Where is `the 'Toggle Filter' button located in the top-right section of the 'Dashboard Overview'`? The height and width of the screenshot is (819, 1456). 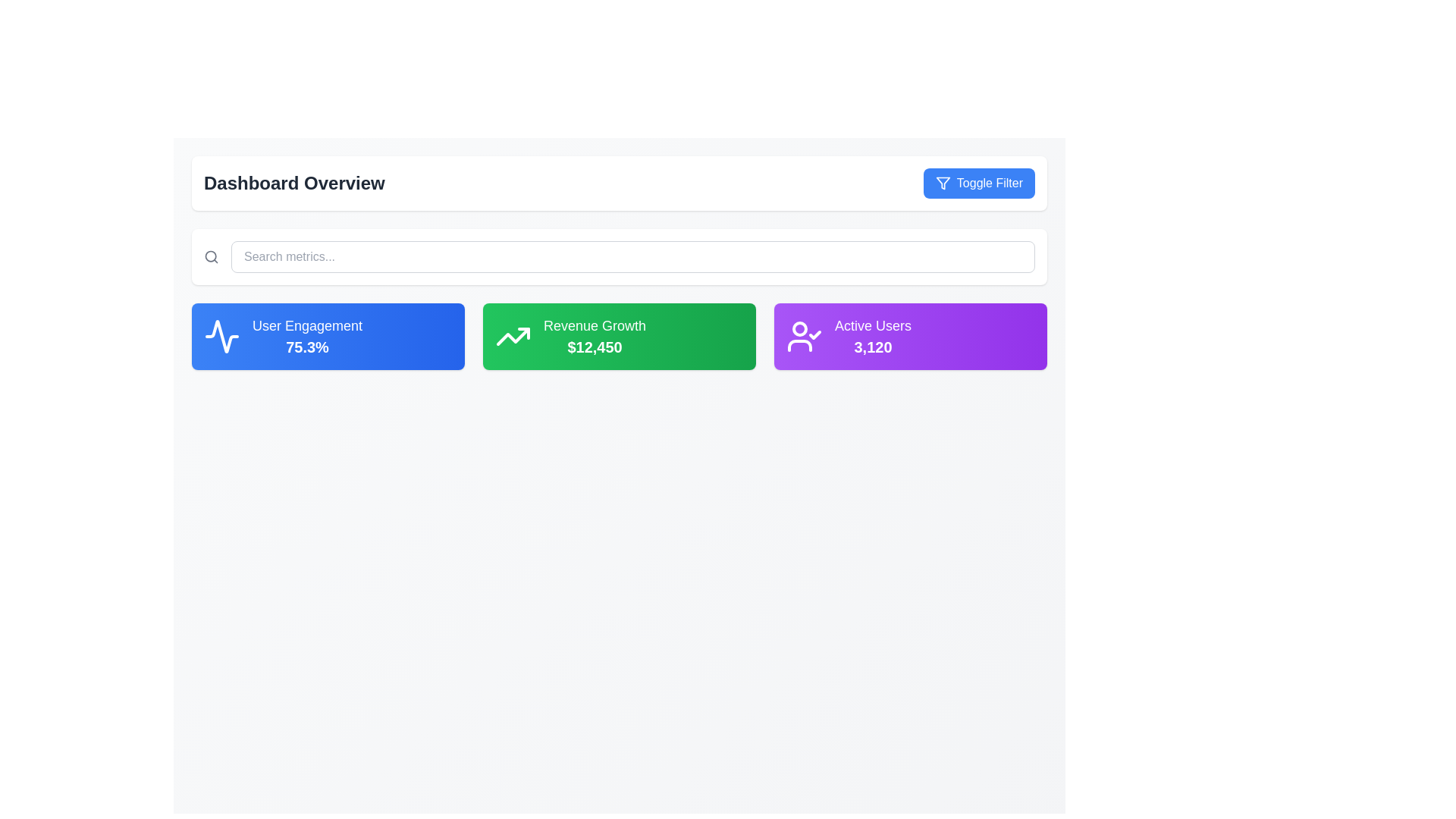 the 'Toggle Filter' button located in the top-right section of the 'Dashboard Overview' is located at coordinates (979, 183).